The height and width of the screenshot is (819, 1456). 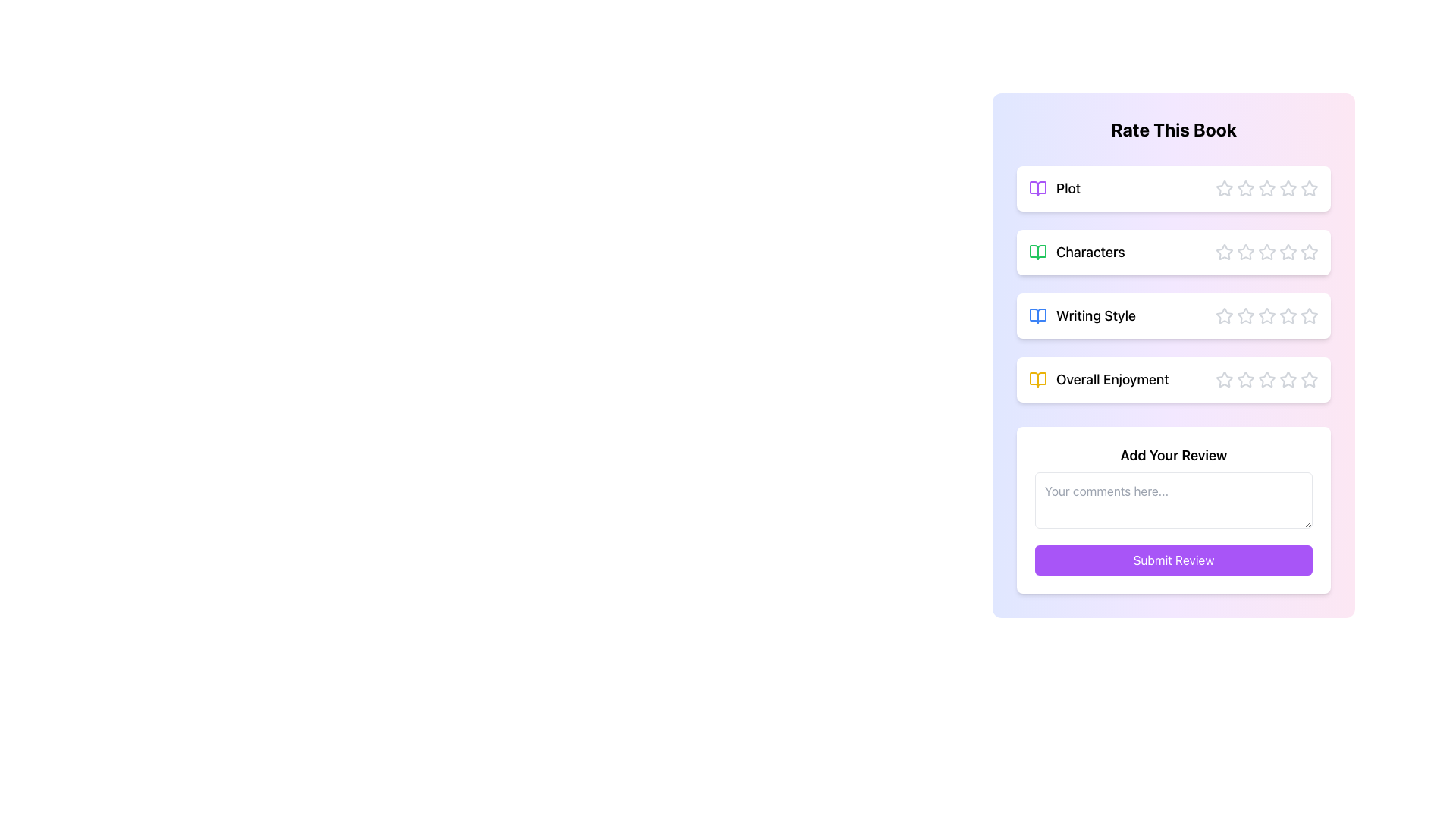 What do you see at coordinates (1224, 379) in the screenshot?
I see `the first star icon in the 'Overall Enjoyment' rating section` at bounding box center [1224, 379].